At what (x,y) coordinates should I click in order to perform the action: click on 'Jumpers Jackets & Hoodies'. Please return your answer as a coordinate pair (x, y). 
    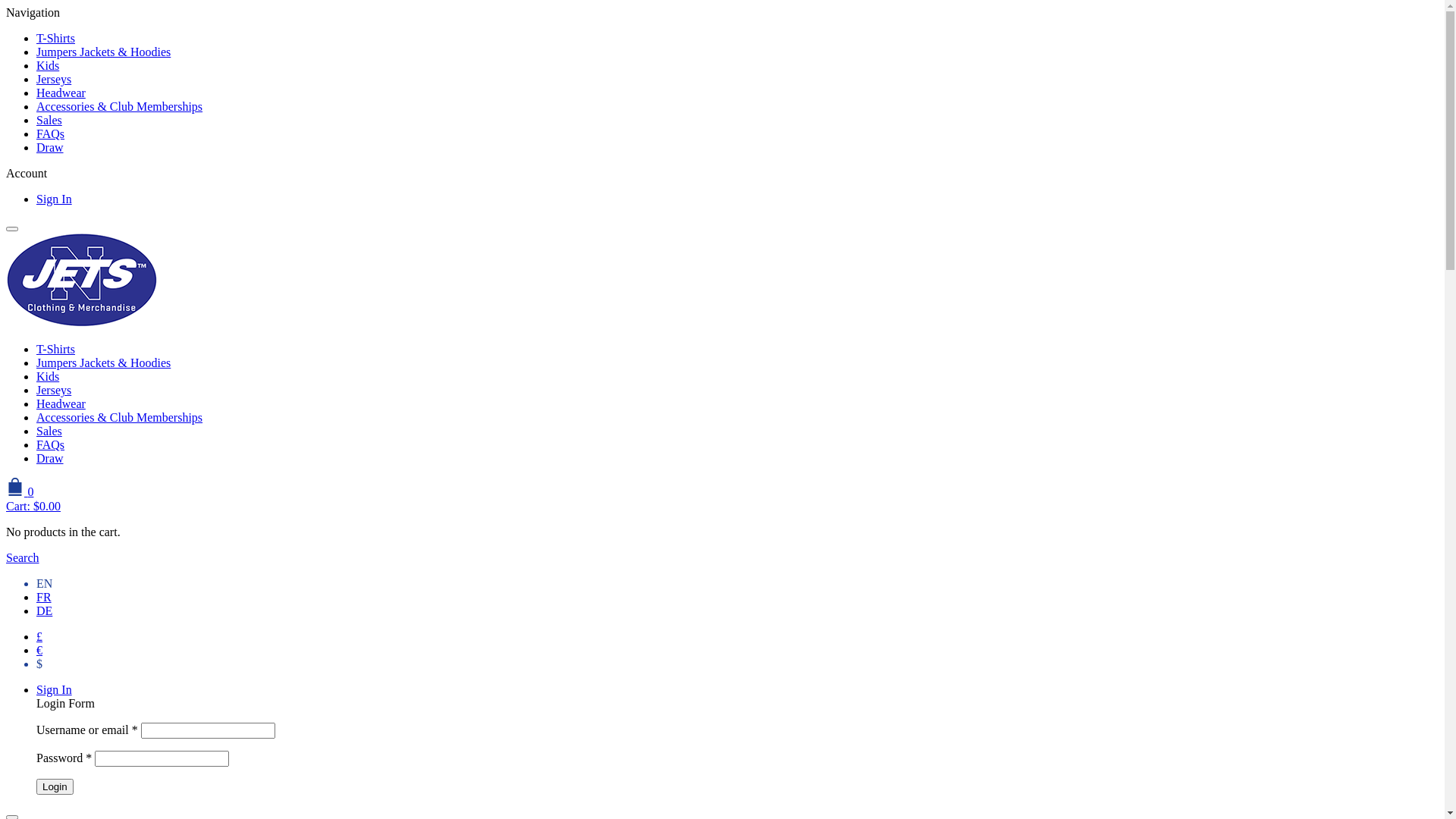
    Looking at the image, I should click on (36, 51).